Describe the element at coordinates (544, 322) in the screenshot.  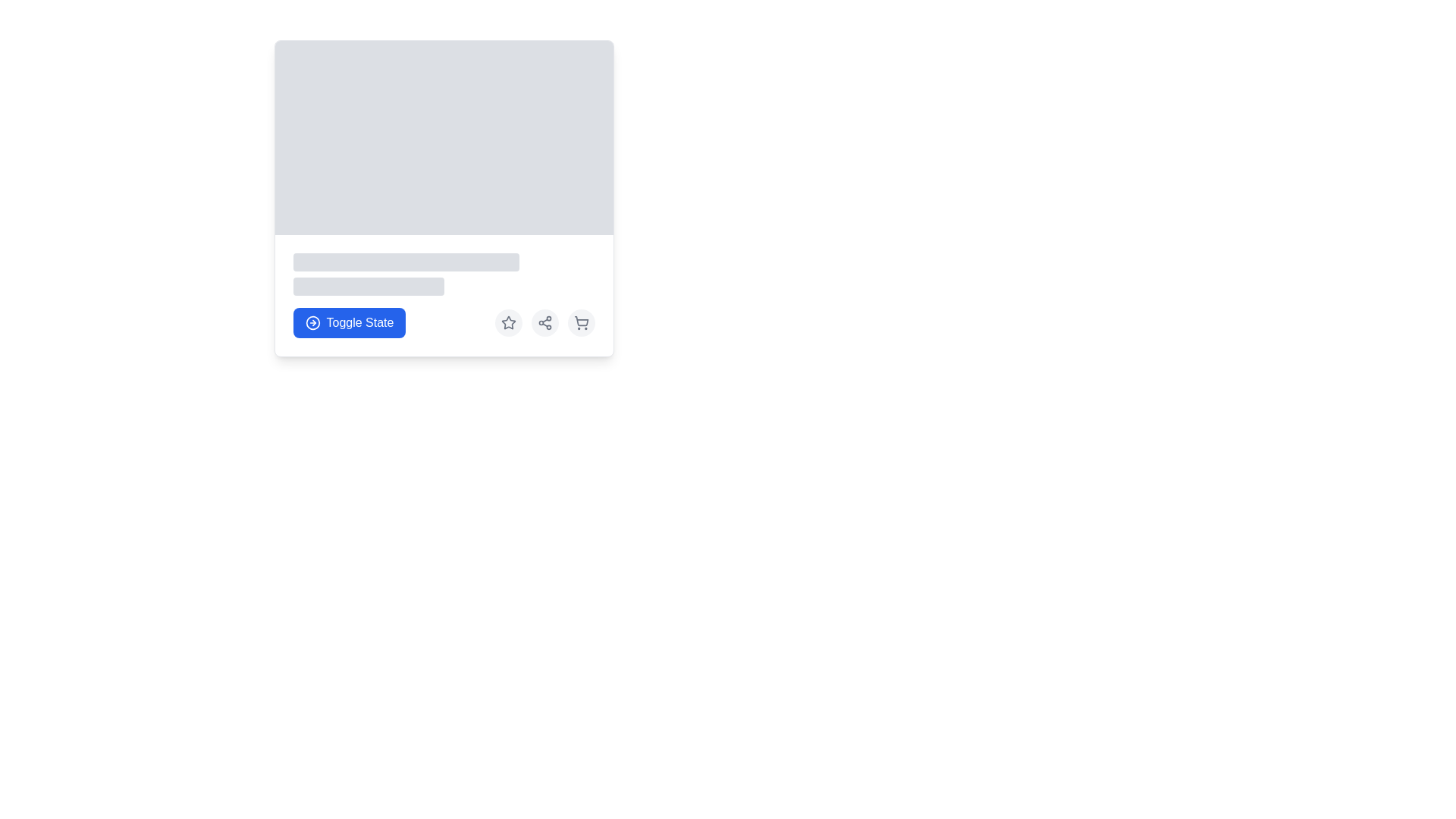
I see `the circular 'share' button, which is the second button in a horizontal arrangement of three buttons at the bottom center of a card-like section` at that location.